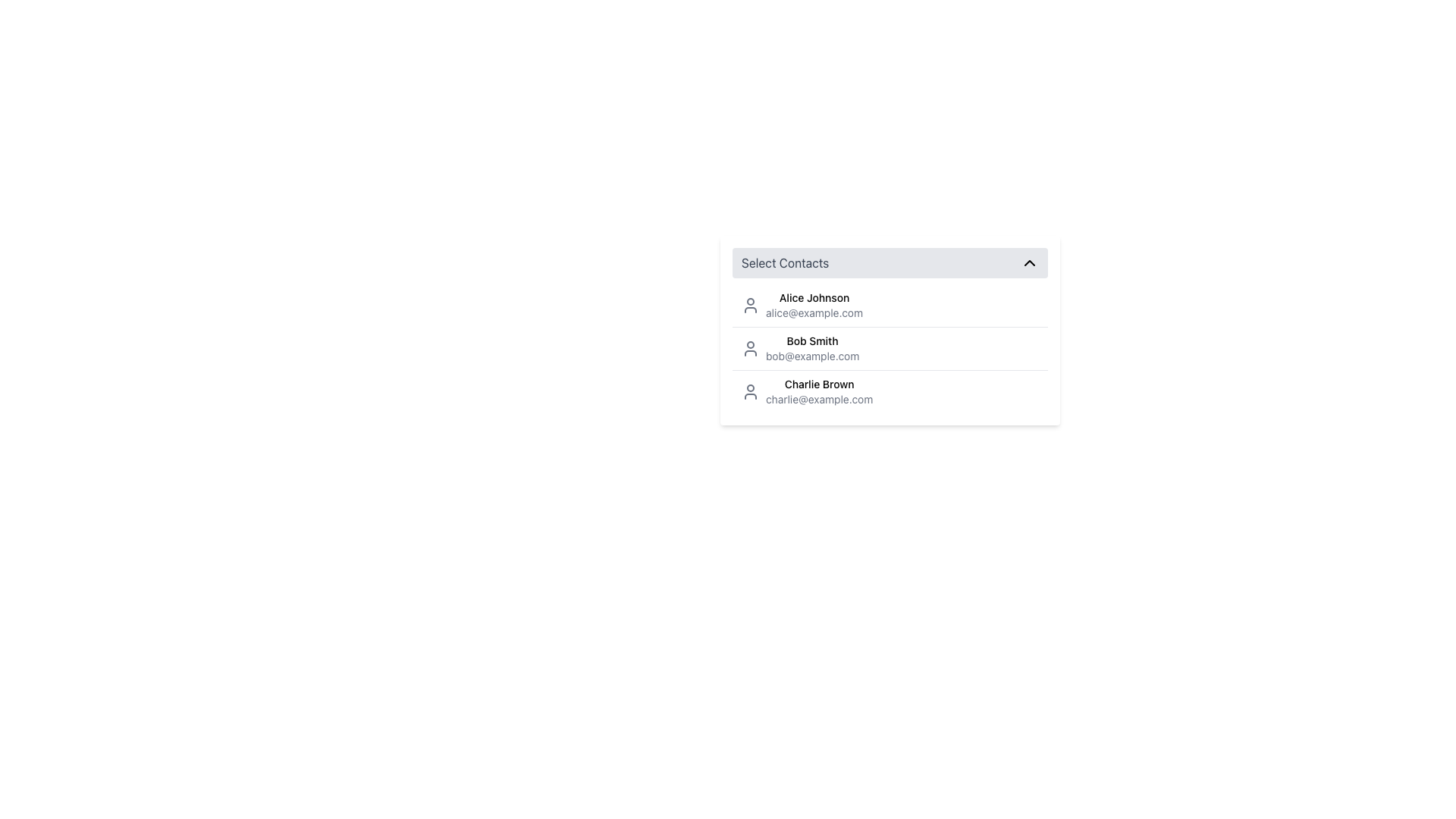  What do you see at coordinates (814, 298) in the screenshot?
I see `text from the selectable label indicating the name of the first visible contact, which is positioned at the top of the dropdown list titled 'Select Contacts.'` at bounding box center [814, 298].